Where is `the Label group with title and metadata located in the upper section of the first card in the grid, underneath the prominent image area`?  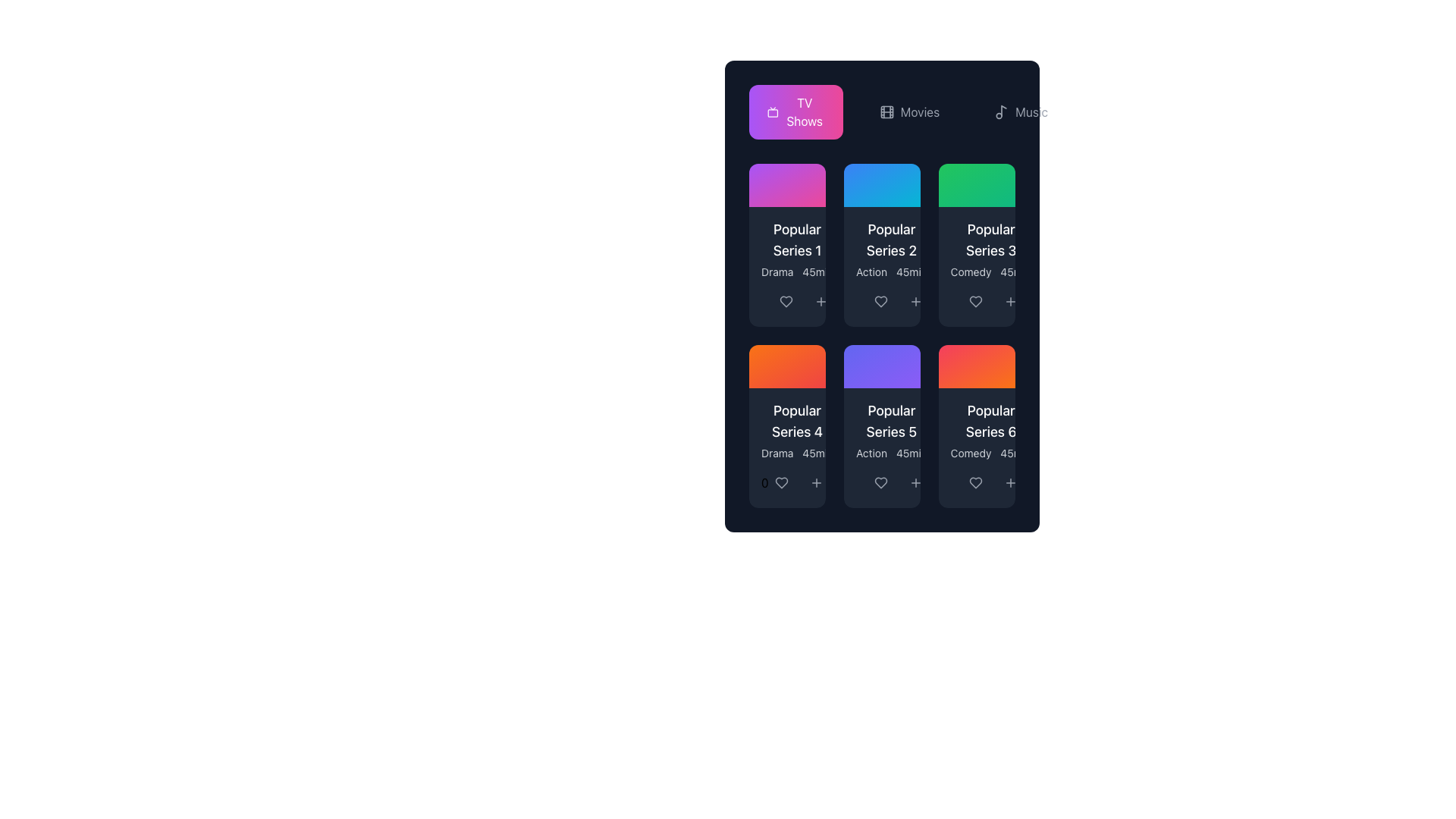
the Label group with title and metadata located in the upper section of the first card in the grid, underneath the prominent image area is located at coordinates (796, 248).